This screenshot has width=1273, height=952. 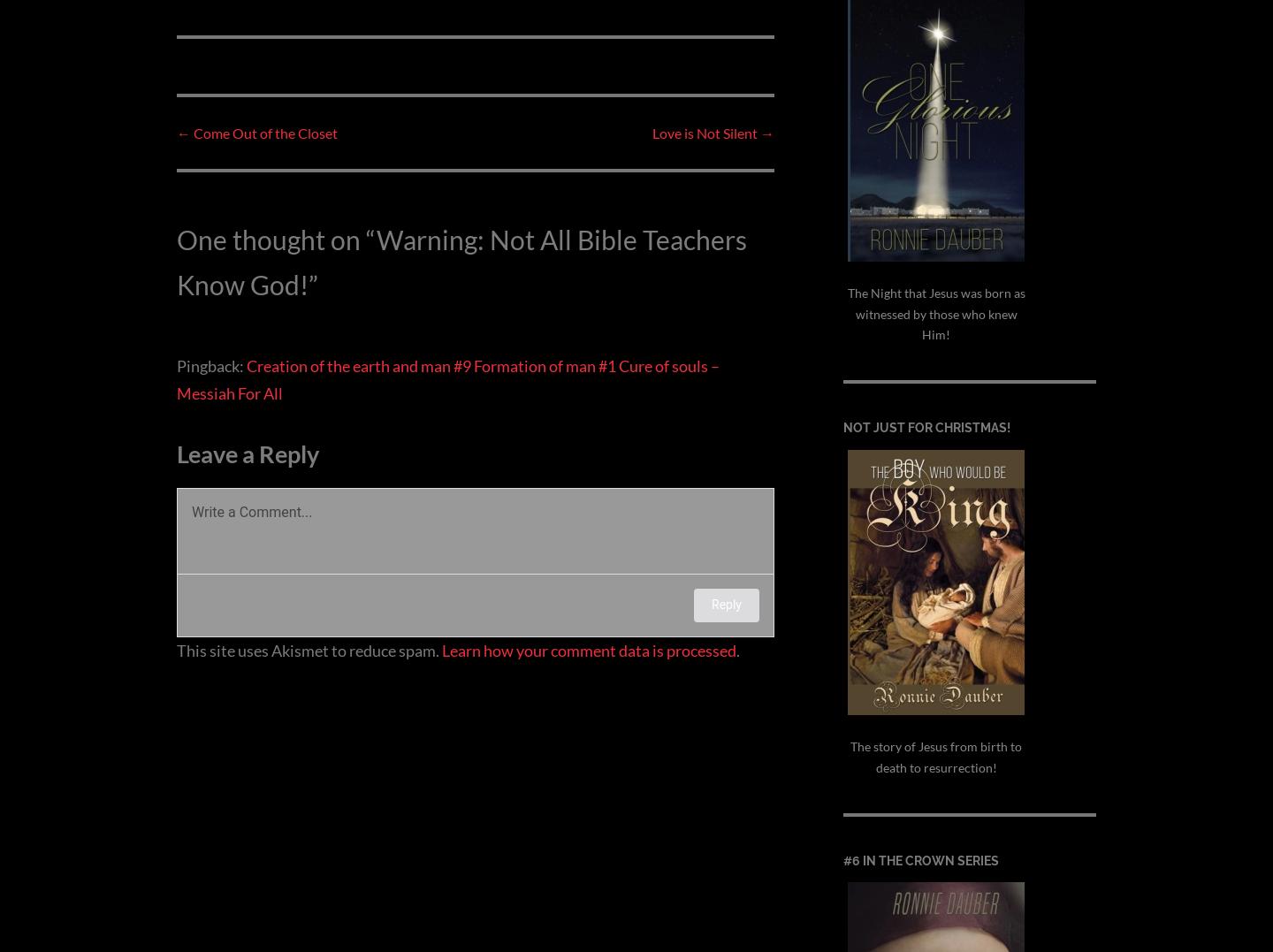 I want to click on 'Leave a Reply', so click(x=247, y=452).